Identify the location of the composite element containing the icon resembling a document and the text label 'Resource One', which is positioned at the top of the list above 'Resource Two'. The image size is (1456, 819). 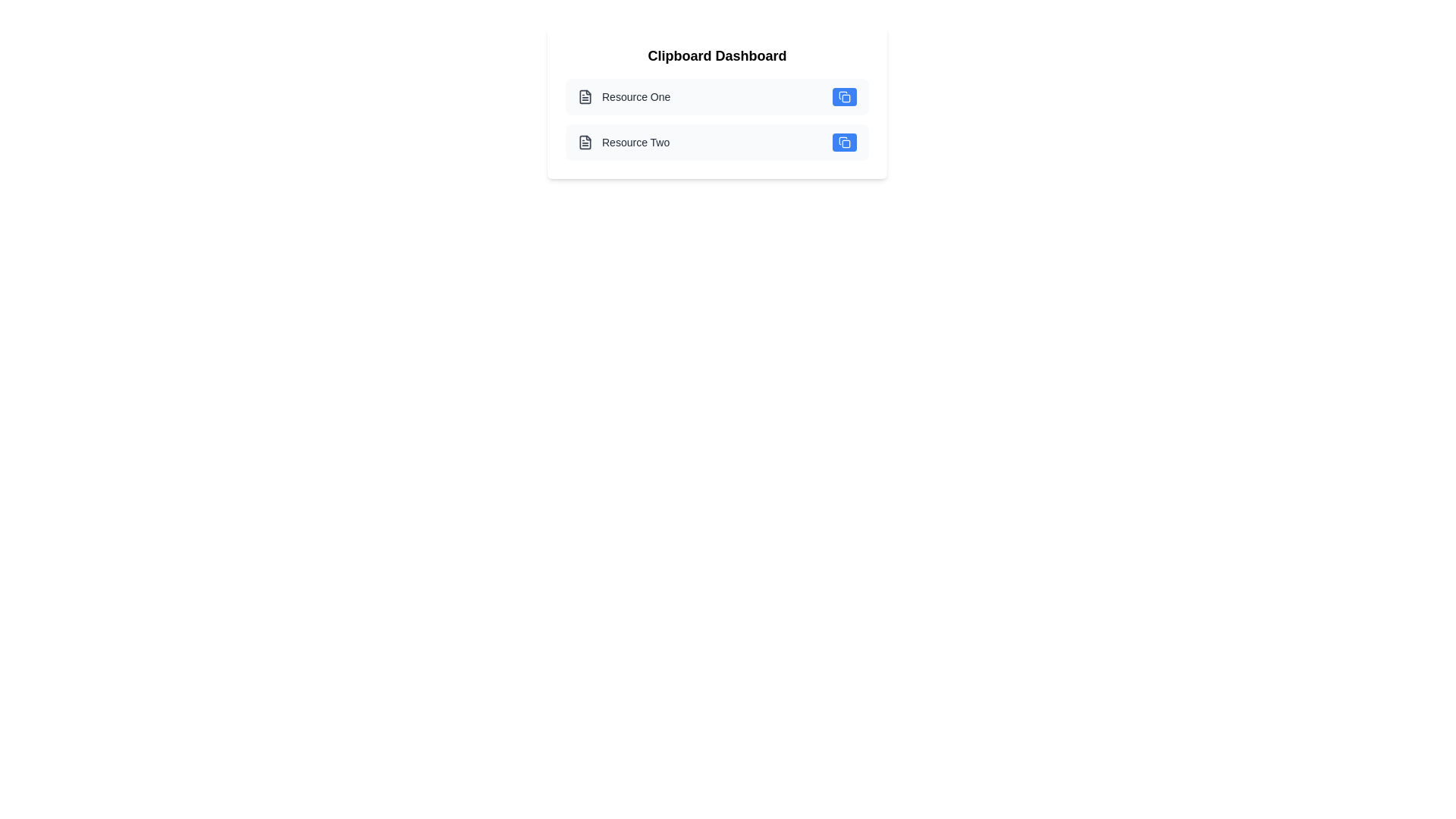
(624, 96).